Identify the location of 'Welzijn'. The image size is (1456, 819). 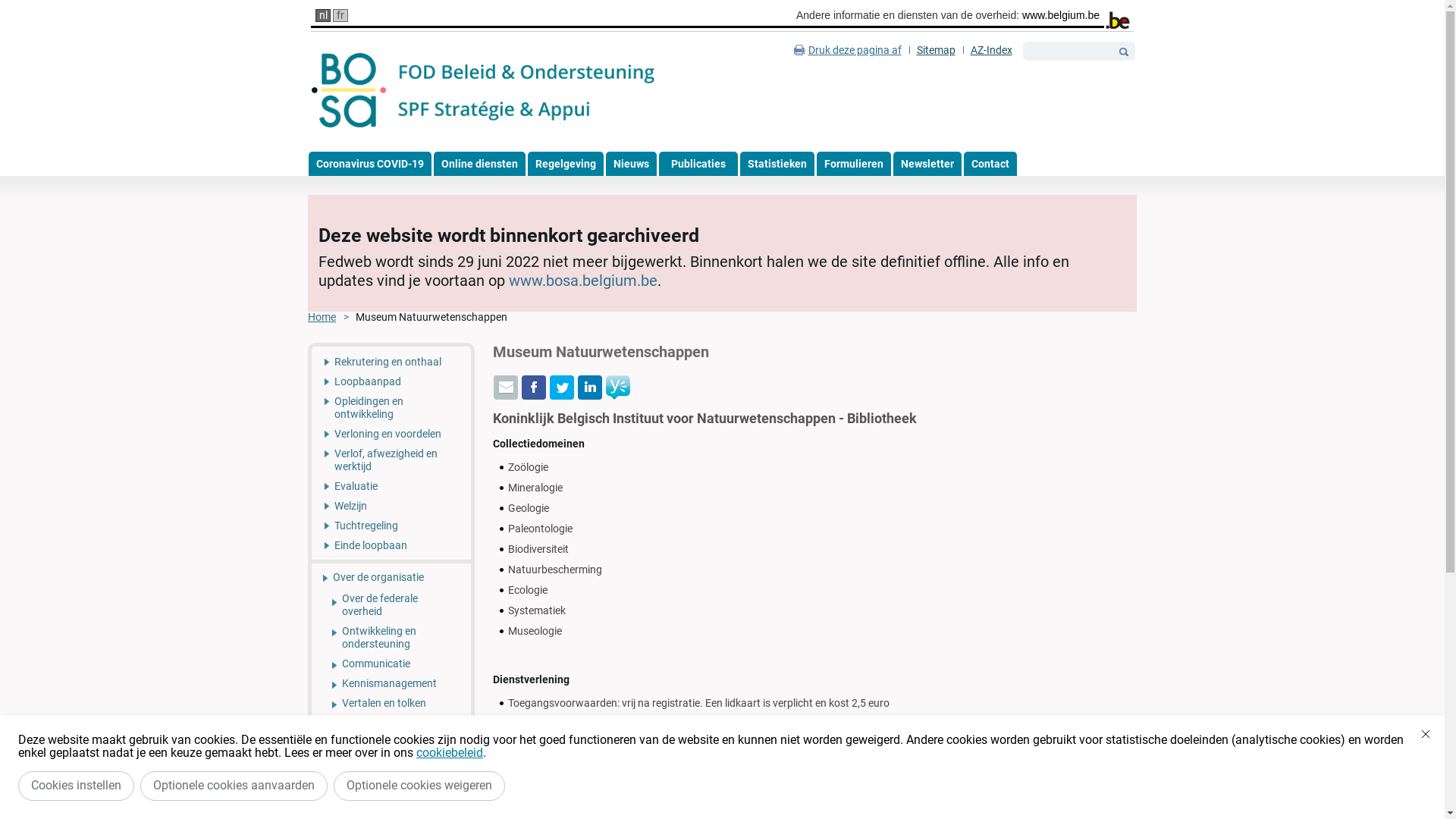
(311, 506).